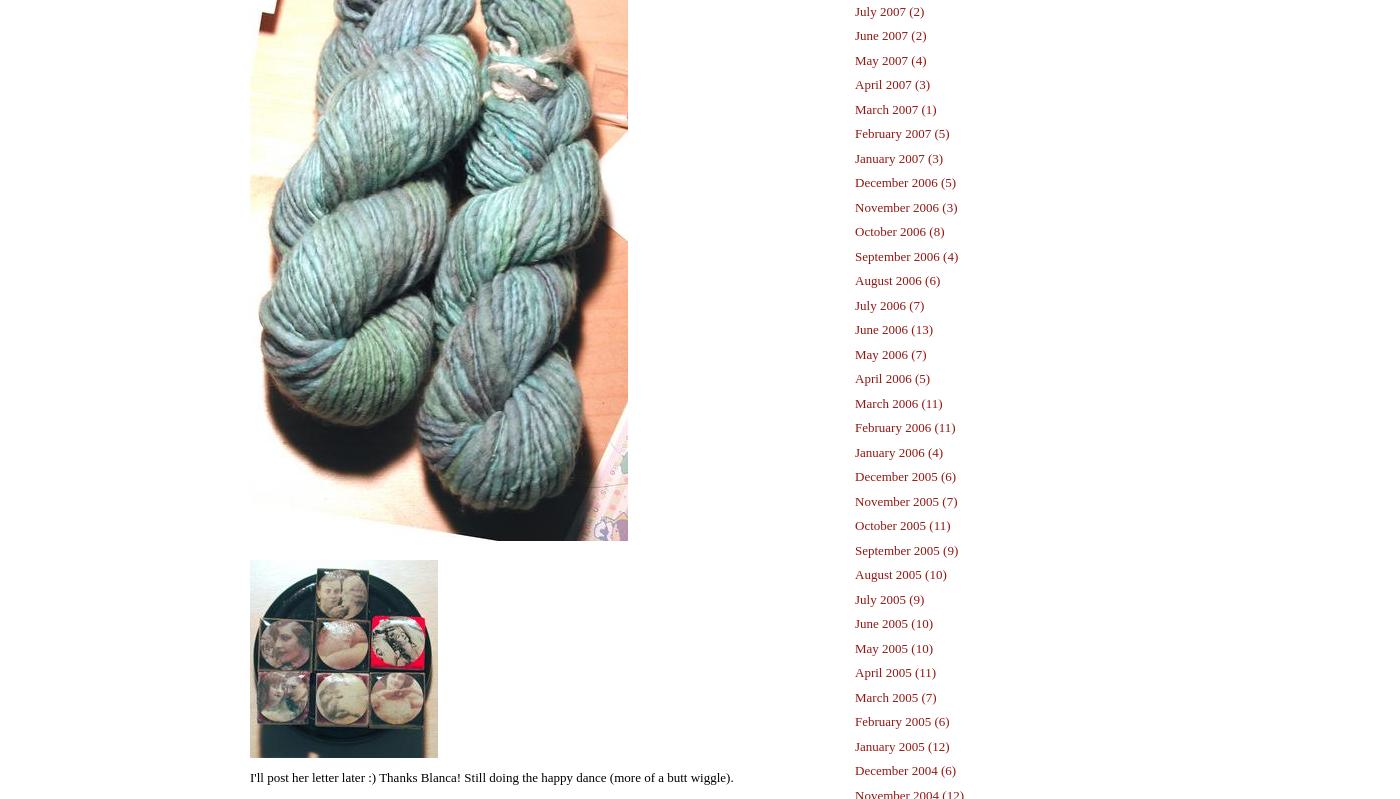 The image size is (1400, 799). What do you see at coordinates (889, 10) in the screenshot?
I see `'July 2007 (2)'` at bounding box center [889, 10].